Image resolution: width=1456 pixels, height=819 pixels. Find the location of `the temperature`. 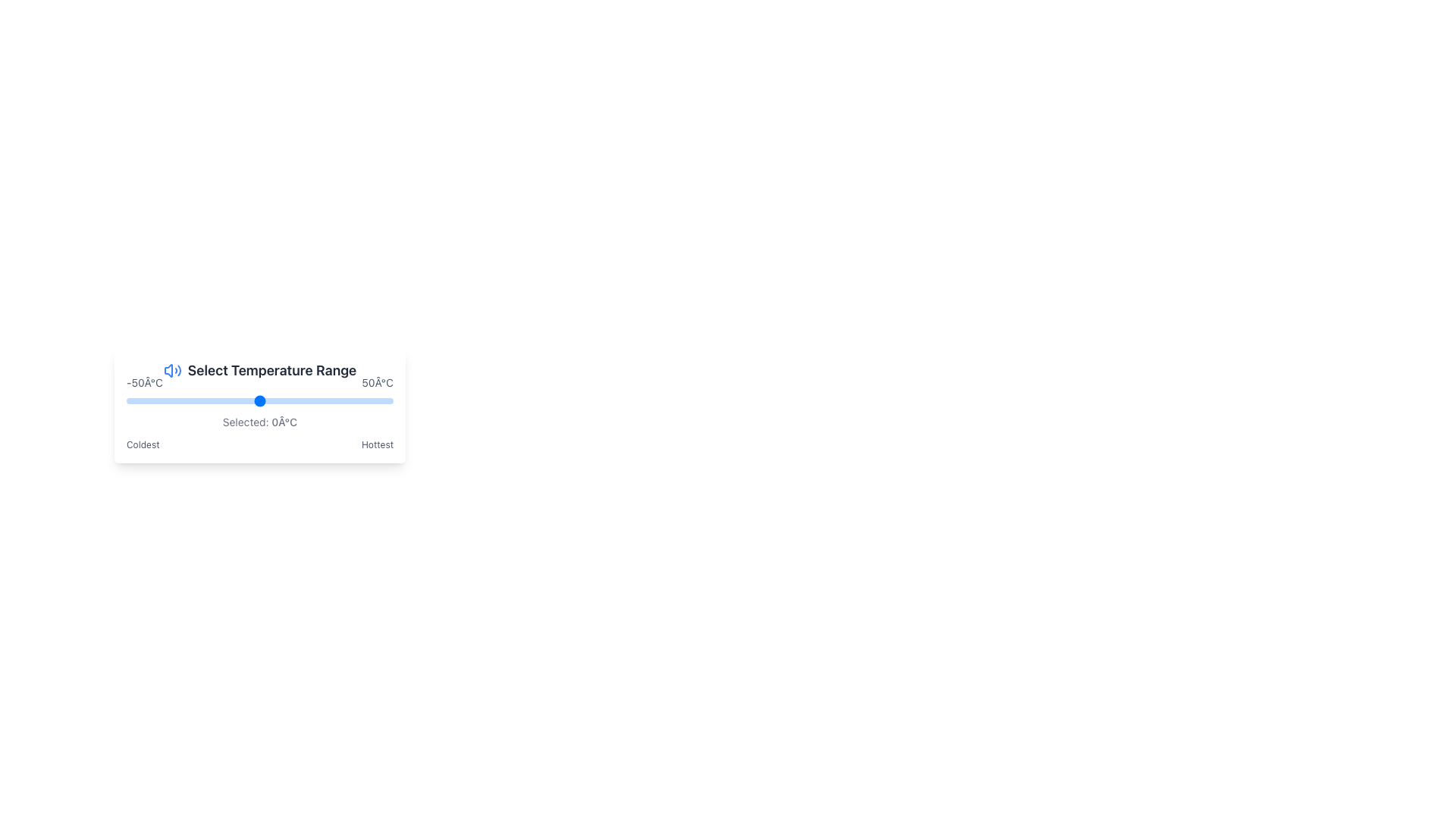

the temperature is located at coordinates (177, 400).